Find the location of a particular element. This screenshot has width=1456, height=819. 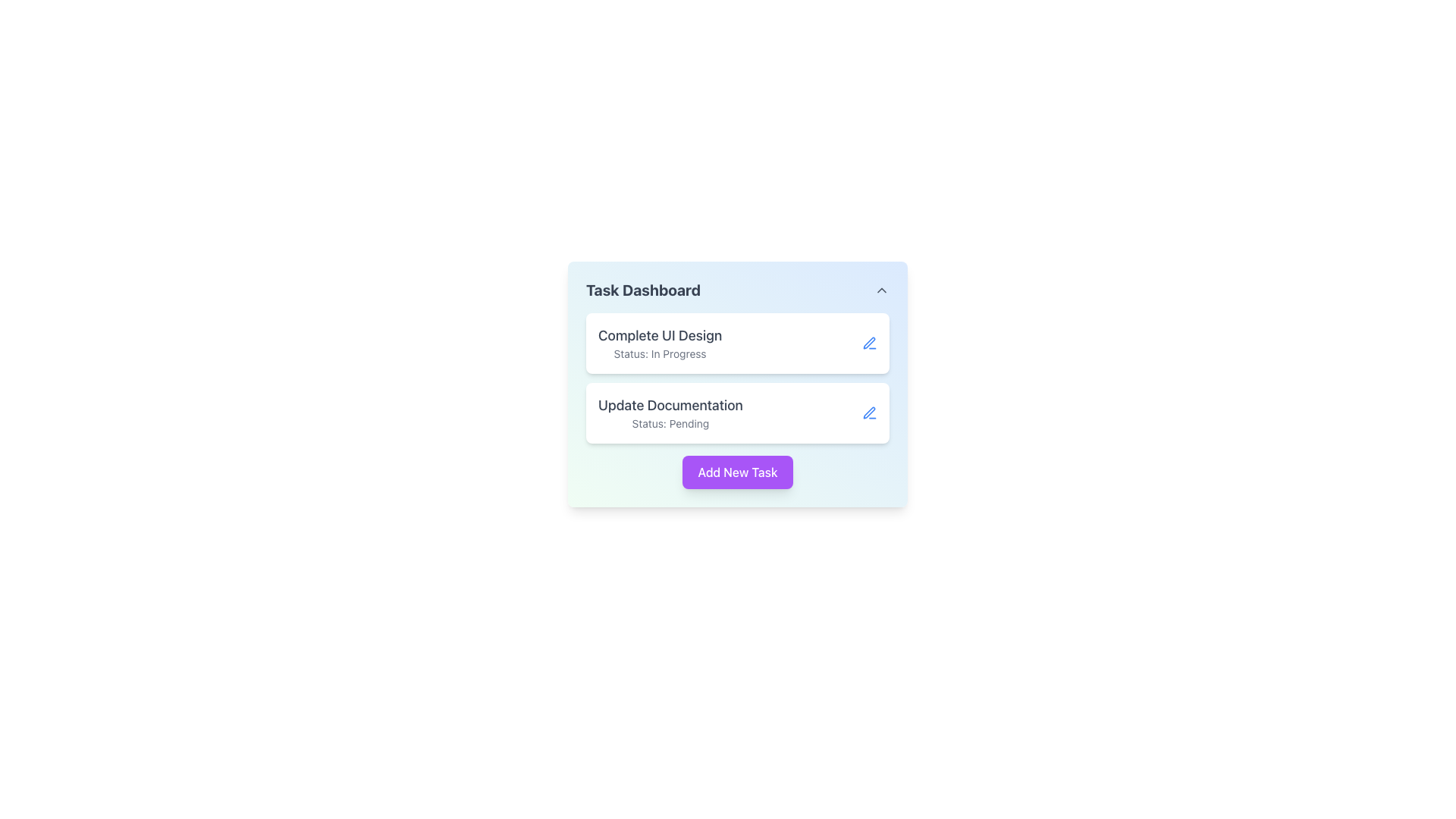

the upward-oriented chevron icon located in the upper-right corner of the 'Task Dashboard' header to observe styling changes is located at coordinates (881, 290).